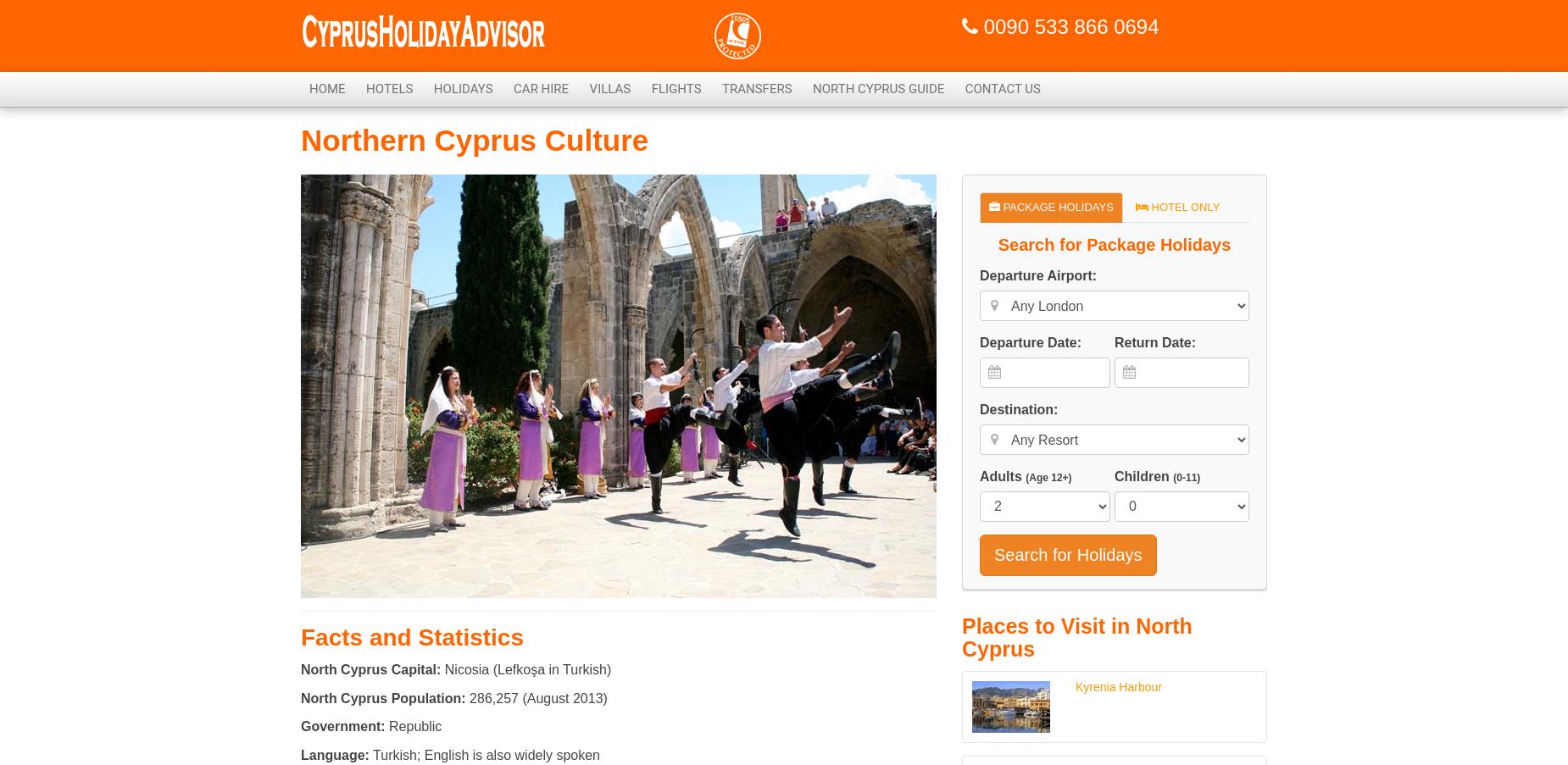  I want to click on 'Villas', so click(609, 89).